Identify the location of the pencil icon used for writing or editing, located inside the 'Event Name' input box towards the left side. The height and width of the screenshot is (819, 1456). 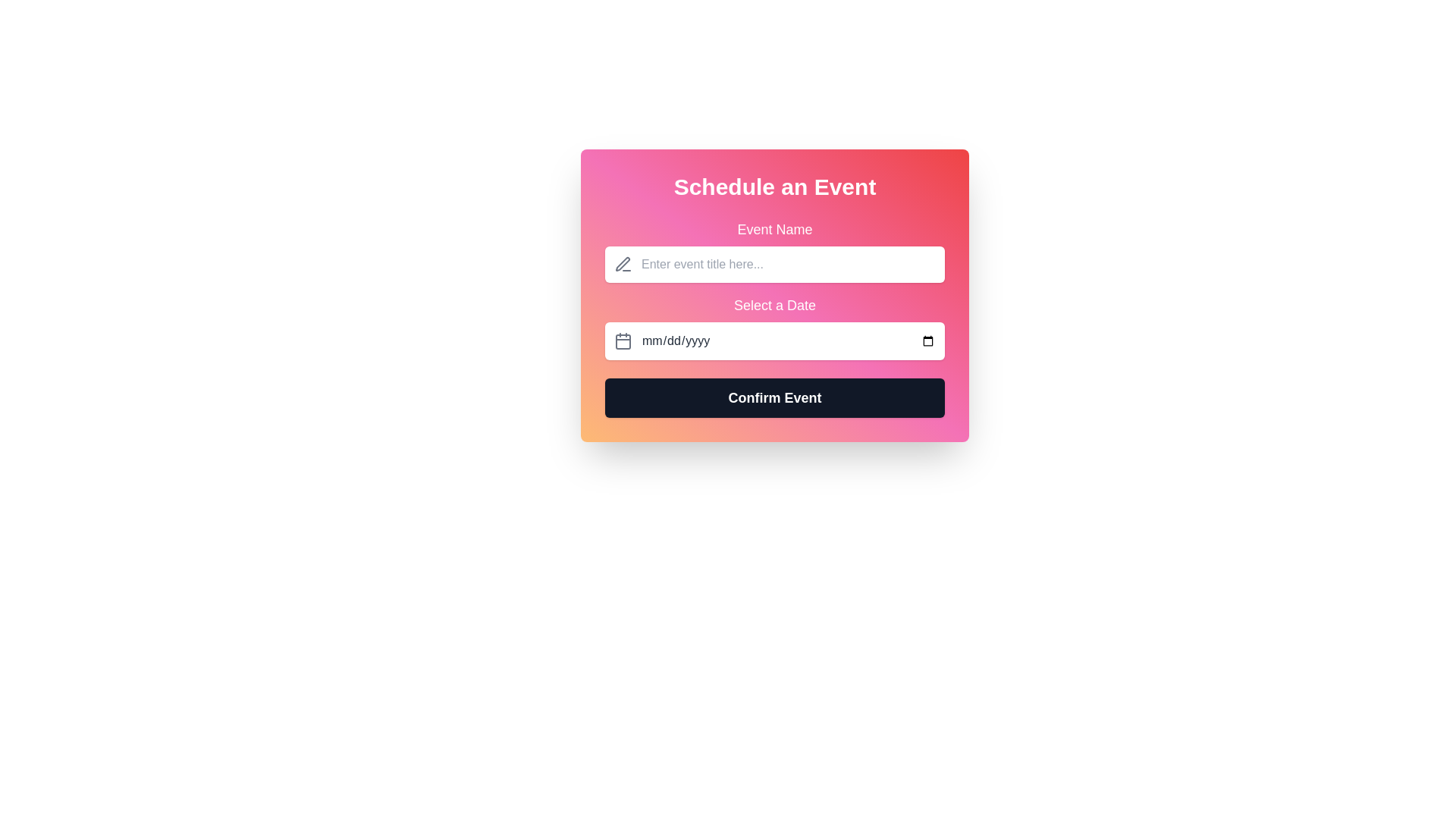
(623, 263).